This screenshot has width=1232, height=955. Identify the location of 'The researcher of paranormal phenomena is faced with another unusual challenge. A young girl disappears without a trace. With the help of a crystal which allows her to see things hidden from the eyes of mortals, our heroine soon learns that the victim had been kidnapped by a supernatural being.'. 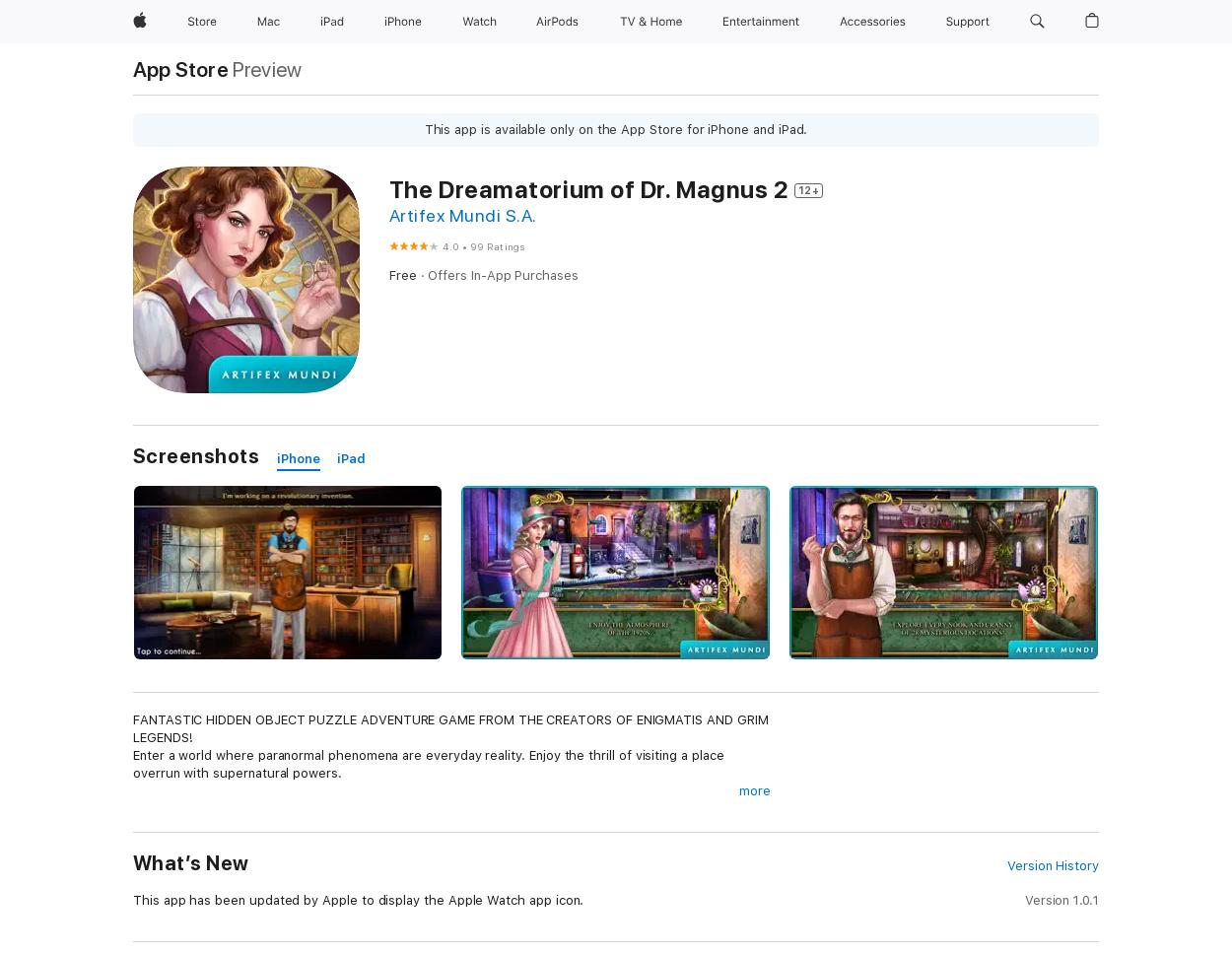
(439, 860).